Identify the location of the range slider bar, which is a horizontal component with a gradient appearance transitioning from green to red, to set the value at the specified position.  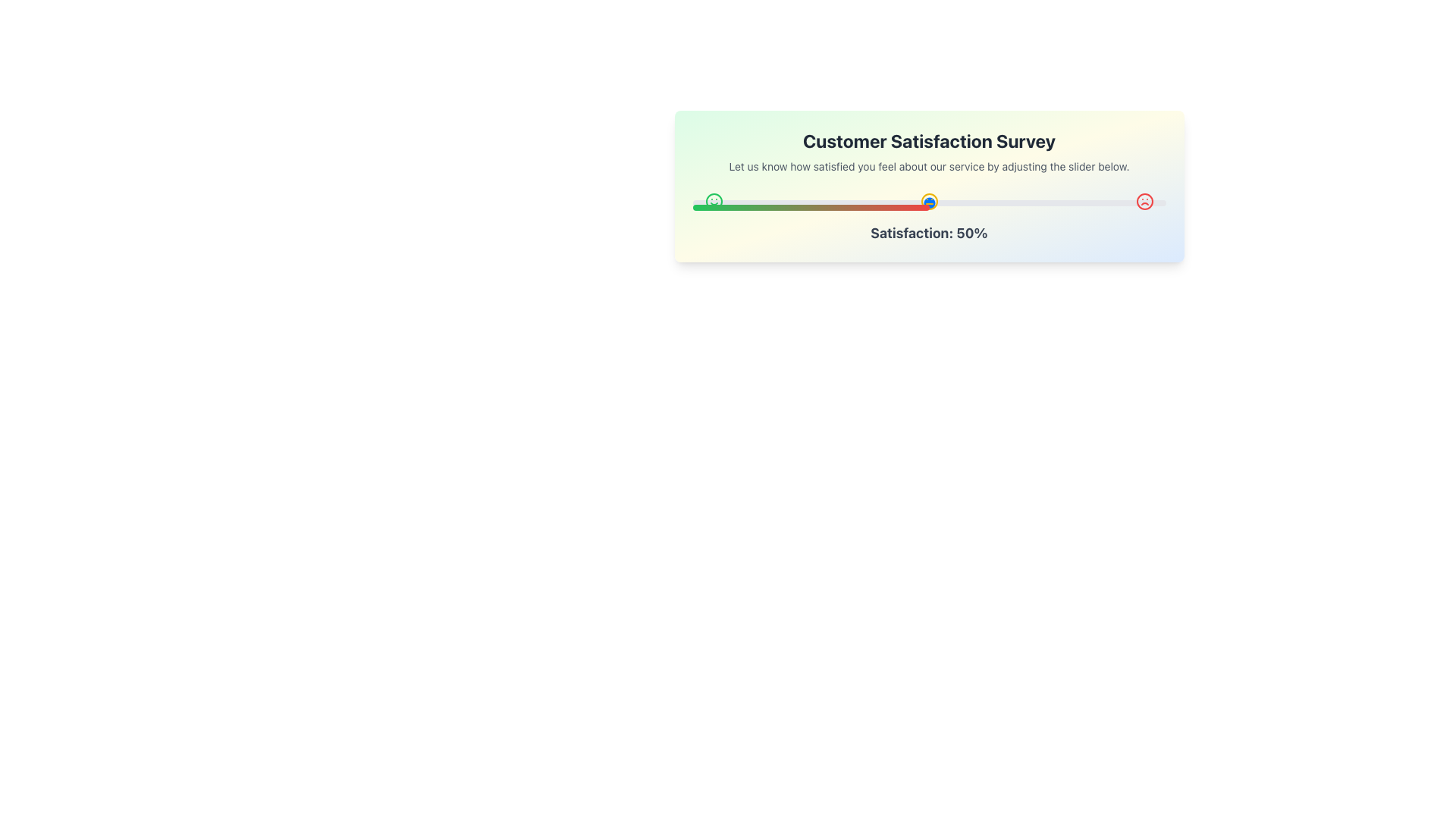
(928, 201).